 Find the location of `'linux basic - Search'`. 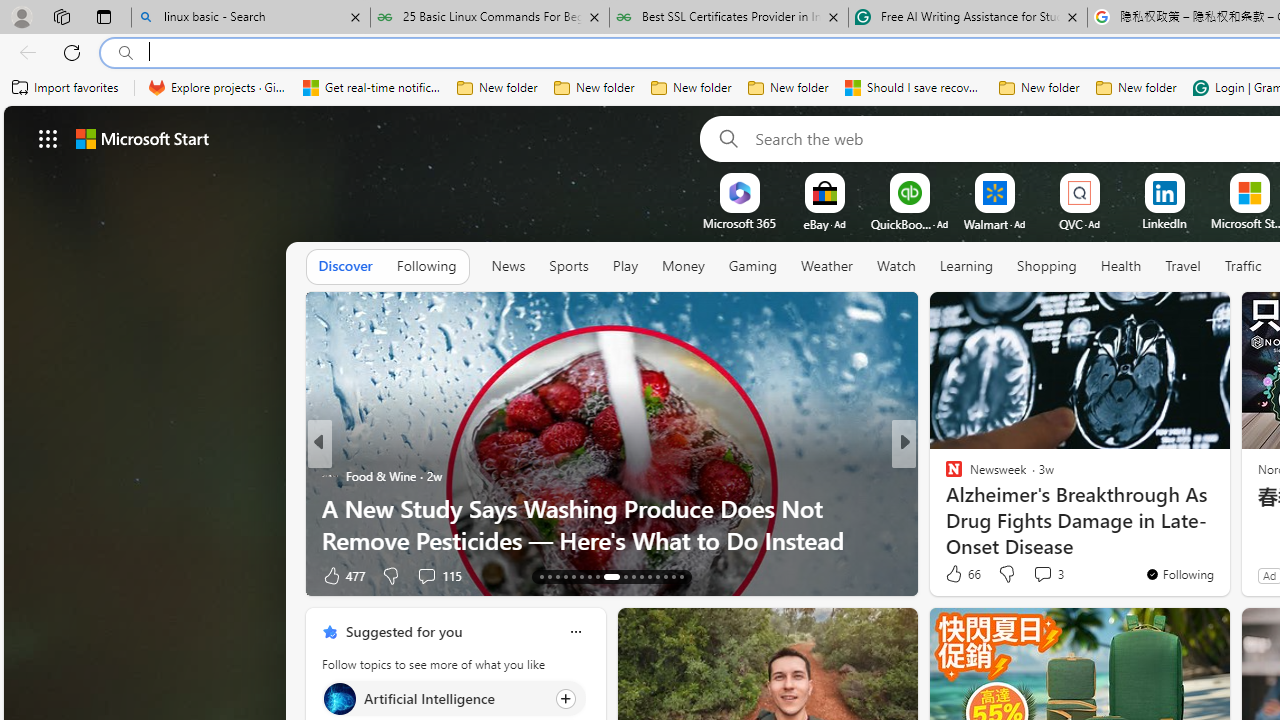

'linux basic - Search' is located at coordinates (249, 17).